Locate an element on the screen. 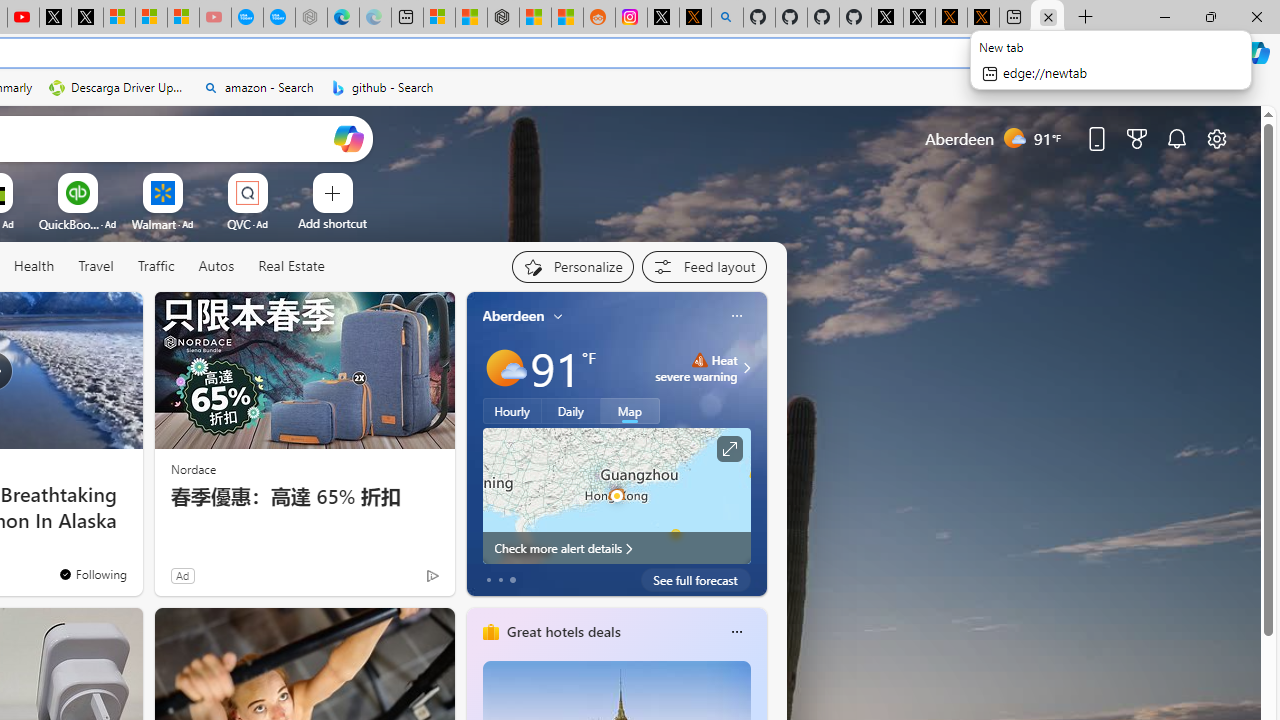  'Add a site' is located at coordinates (332, 223).